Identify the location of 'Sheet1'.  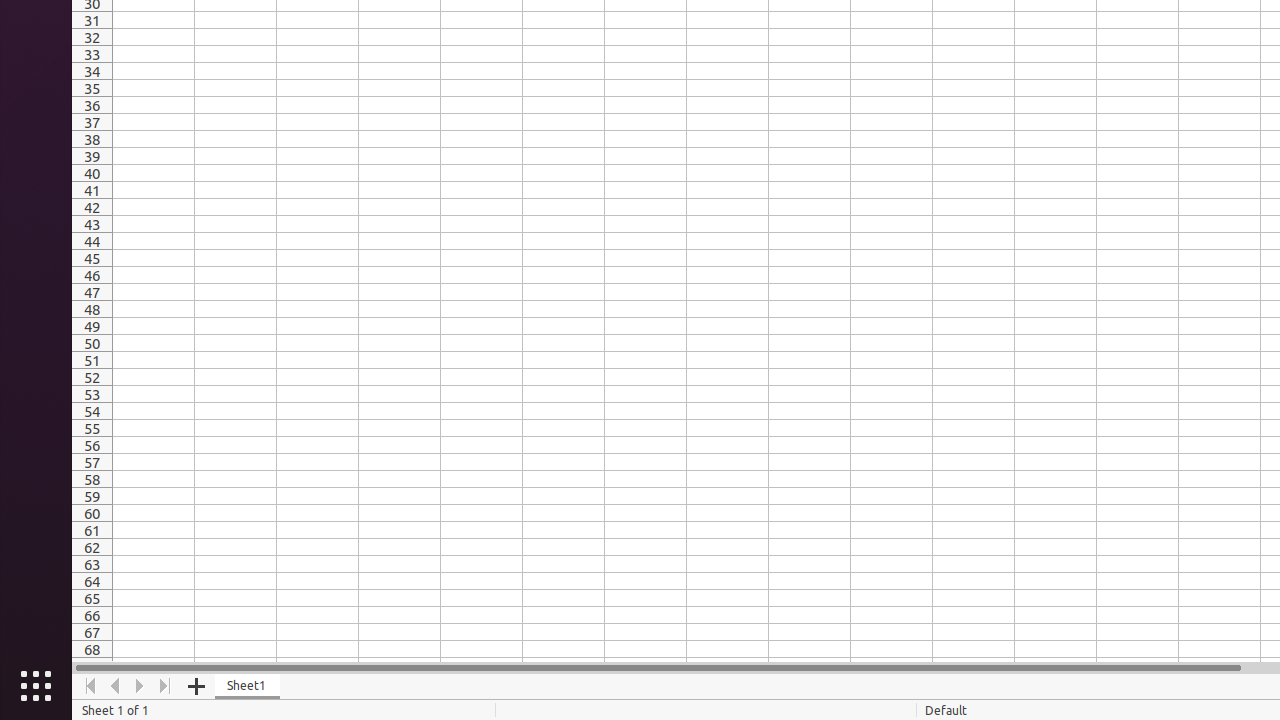
(246, 685).